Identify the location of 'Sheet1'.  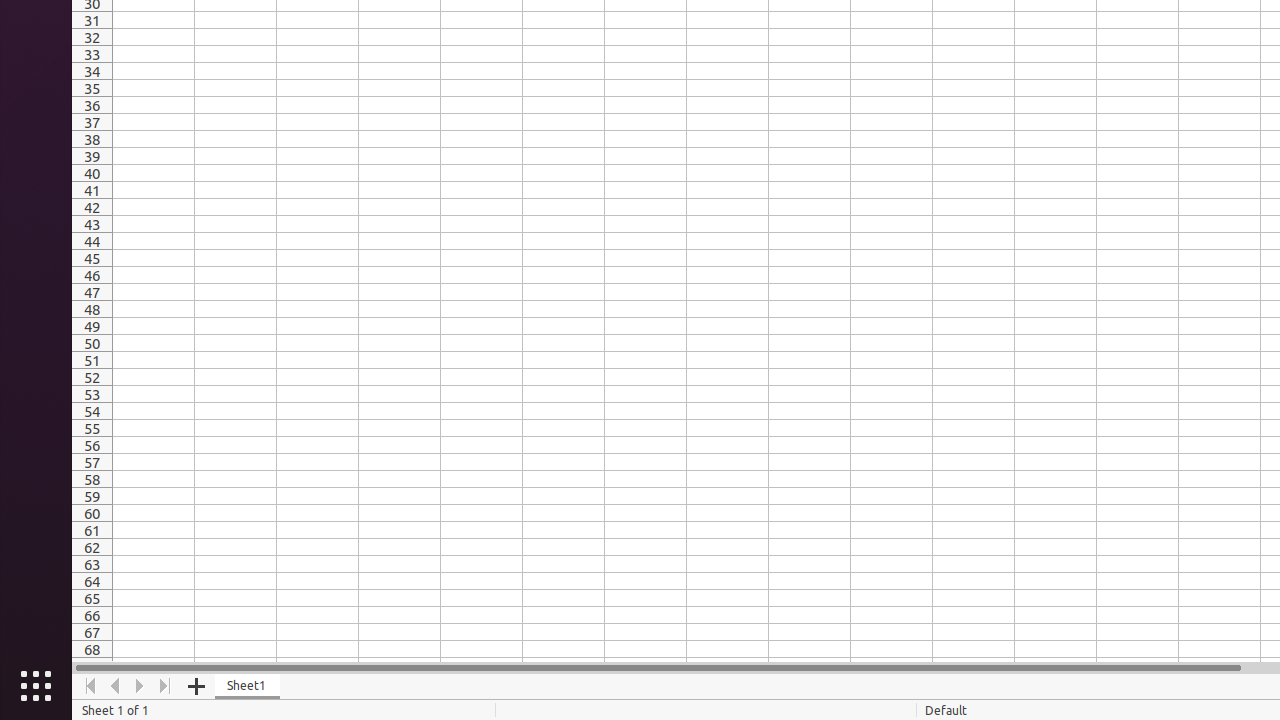
(246, 685).